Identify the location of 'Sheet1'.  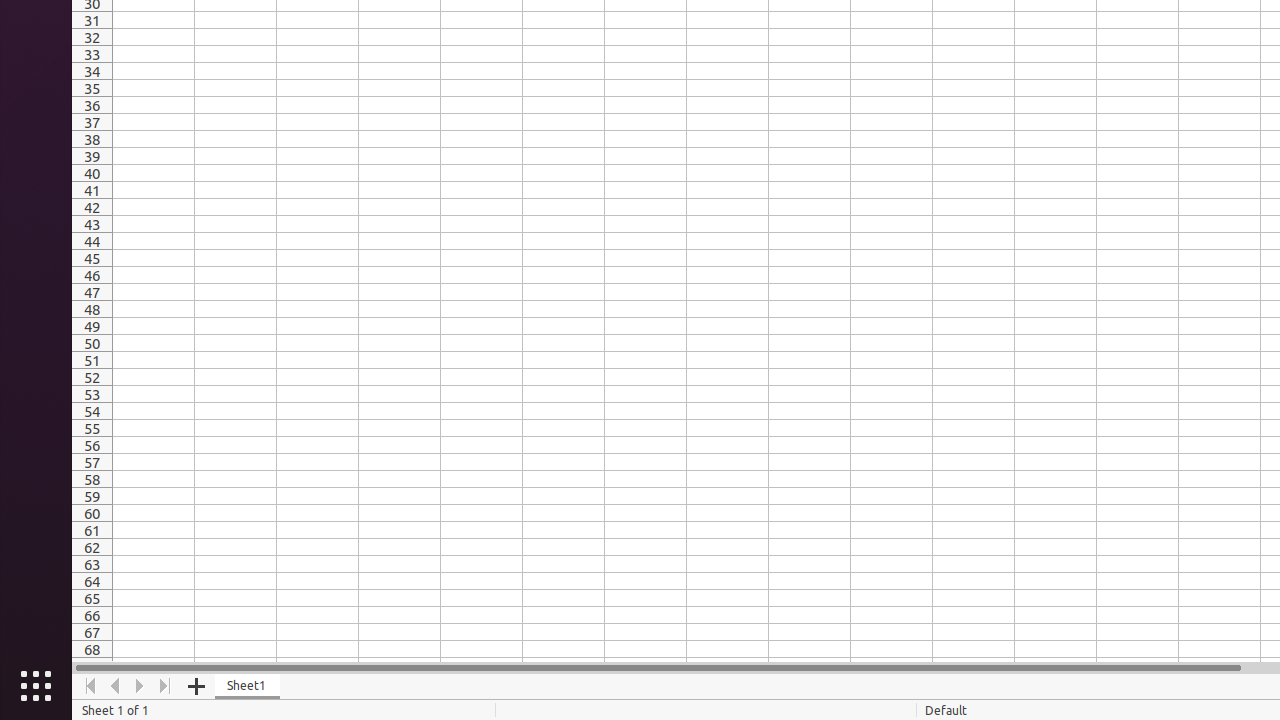
(246, 685).